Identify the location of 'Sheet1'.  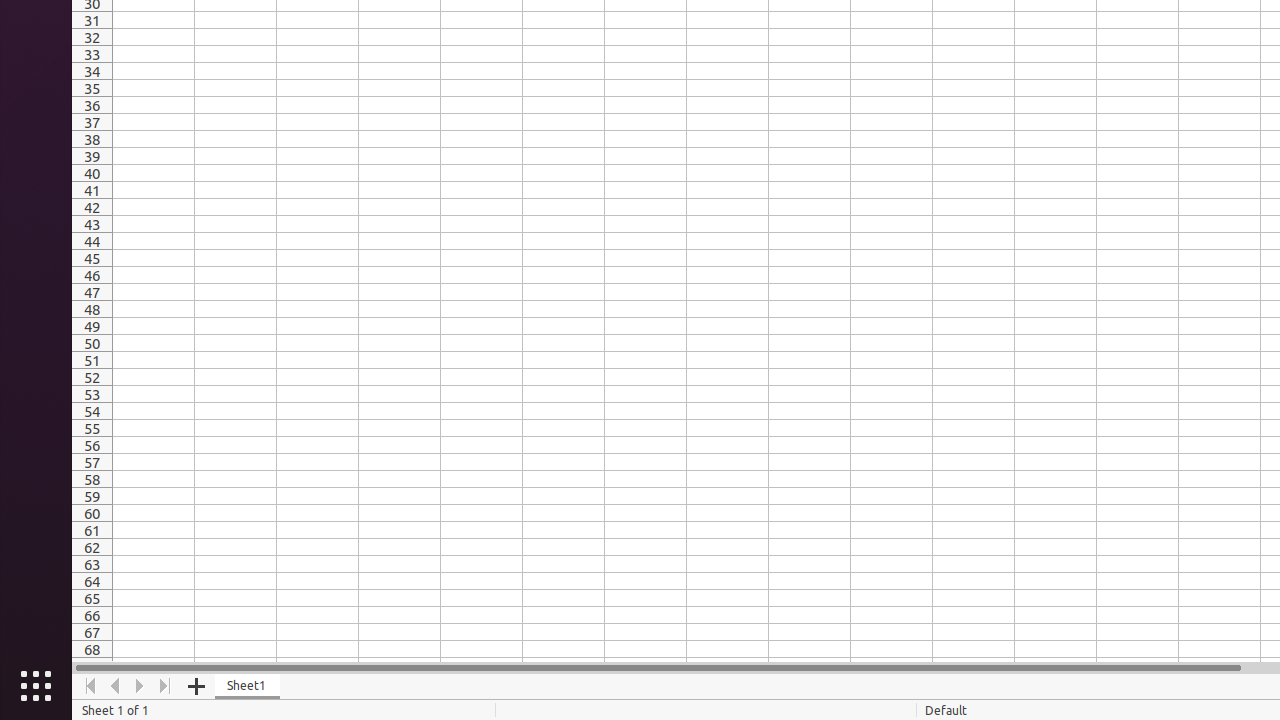
(246, 685).